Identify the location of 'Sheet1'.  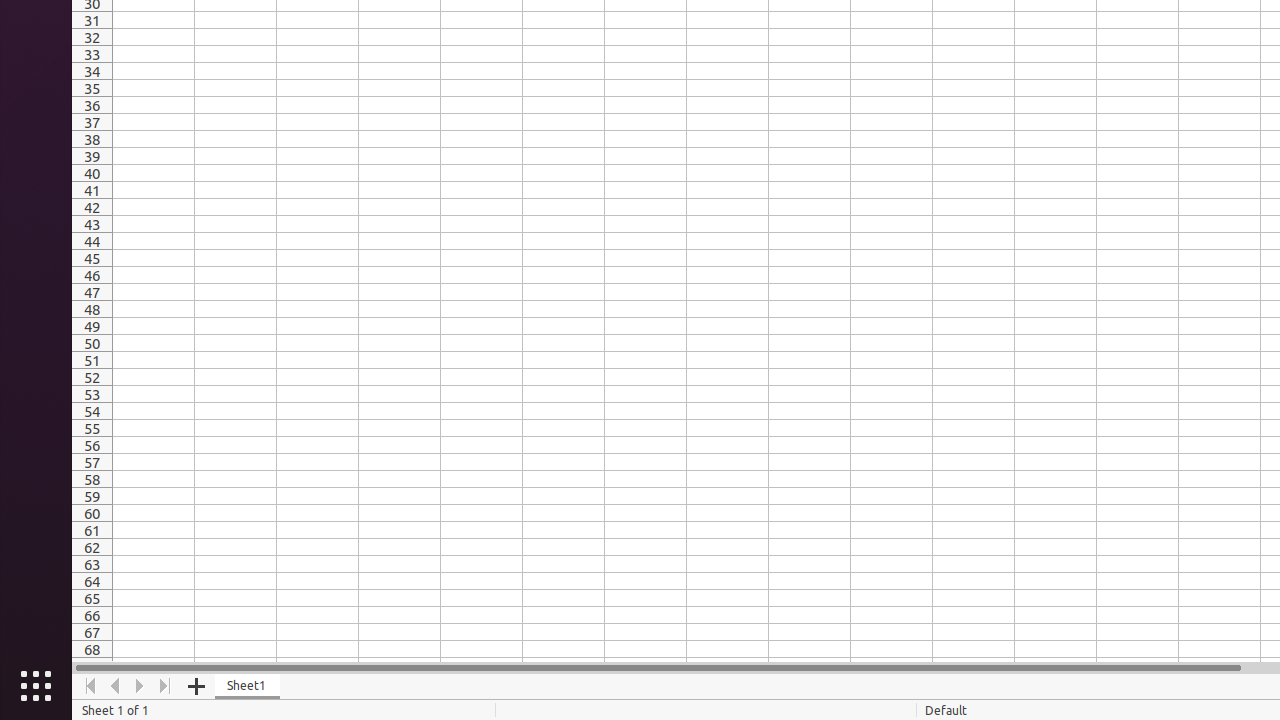
(246, 685).